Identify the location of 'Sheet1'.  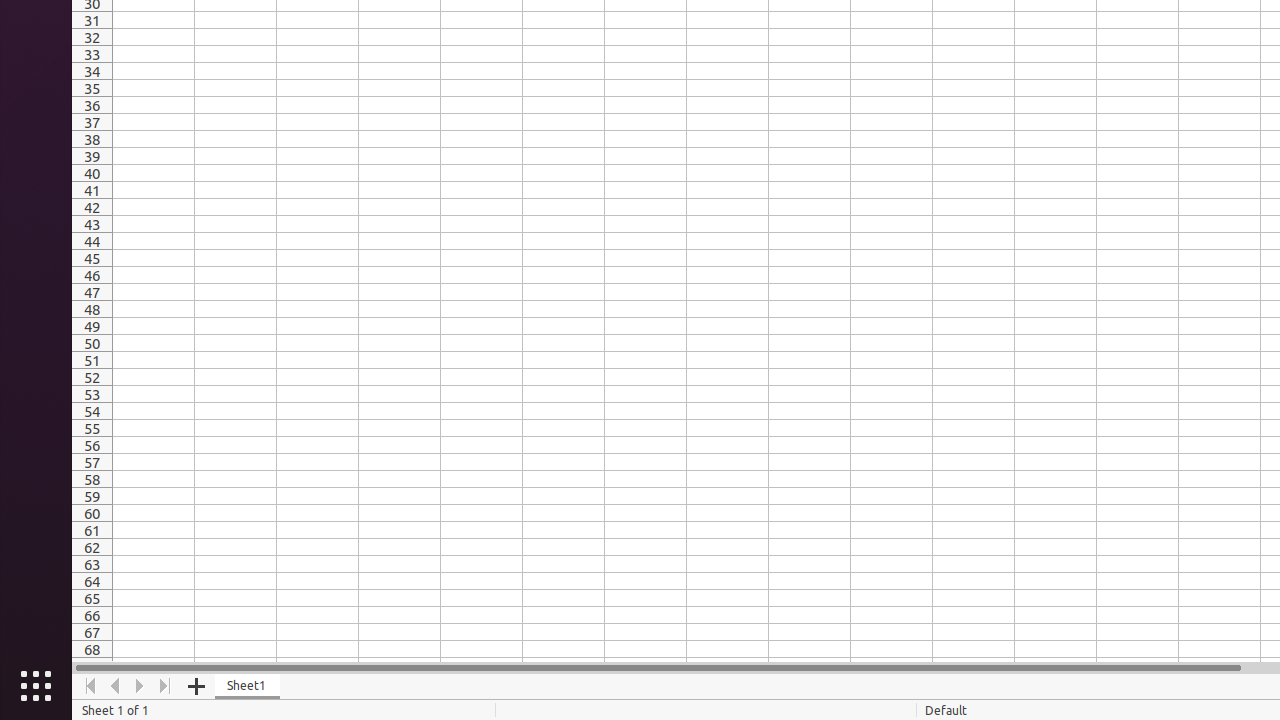
(246, 685).